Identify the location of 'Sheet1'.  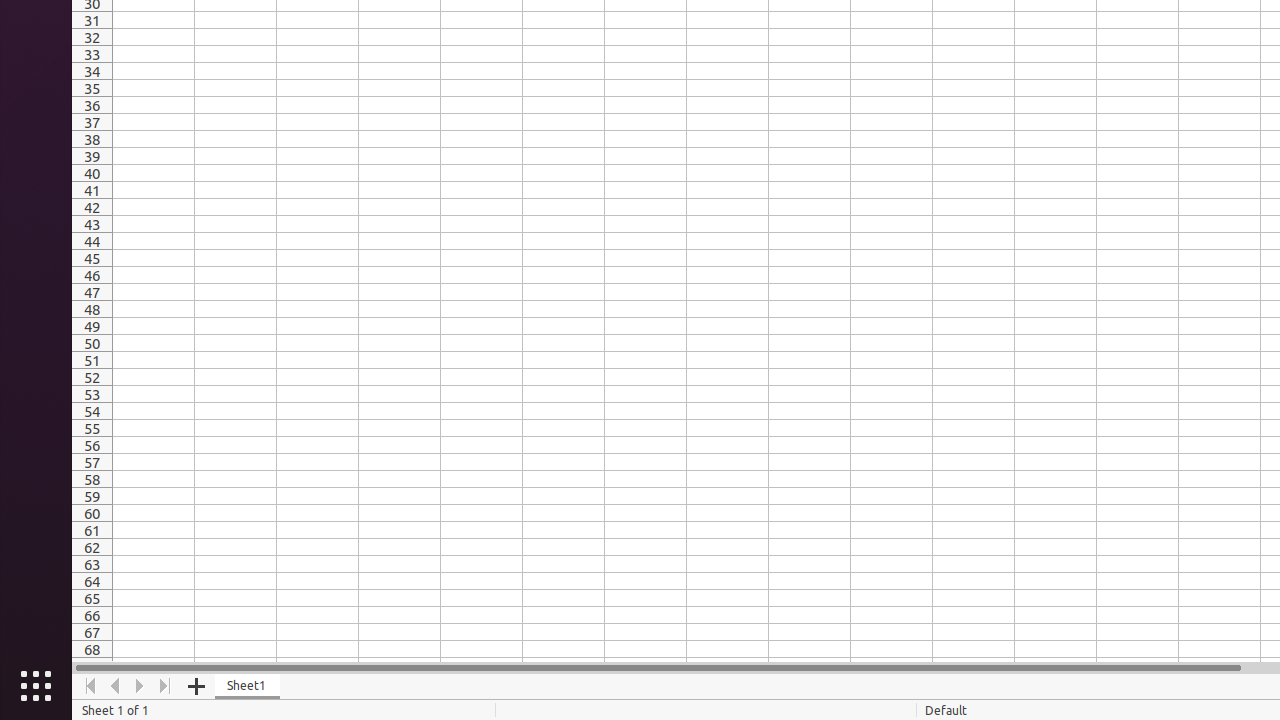
(246, 685).